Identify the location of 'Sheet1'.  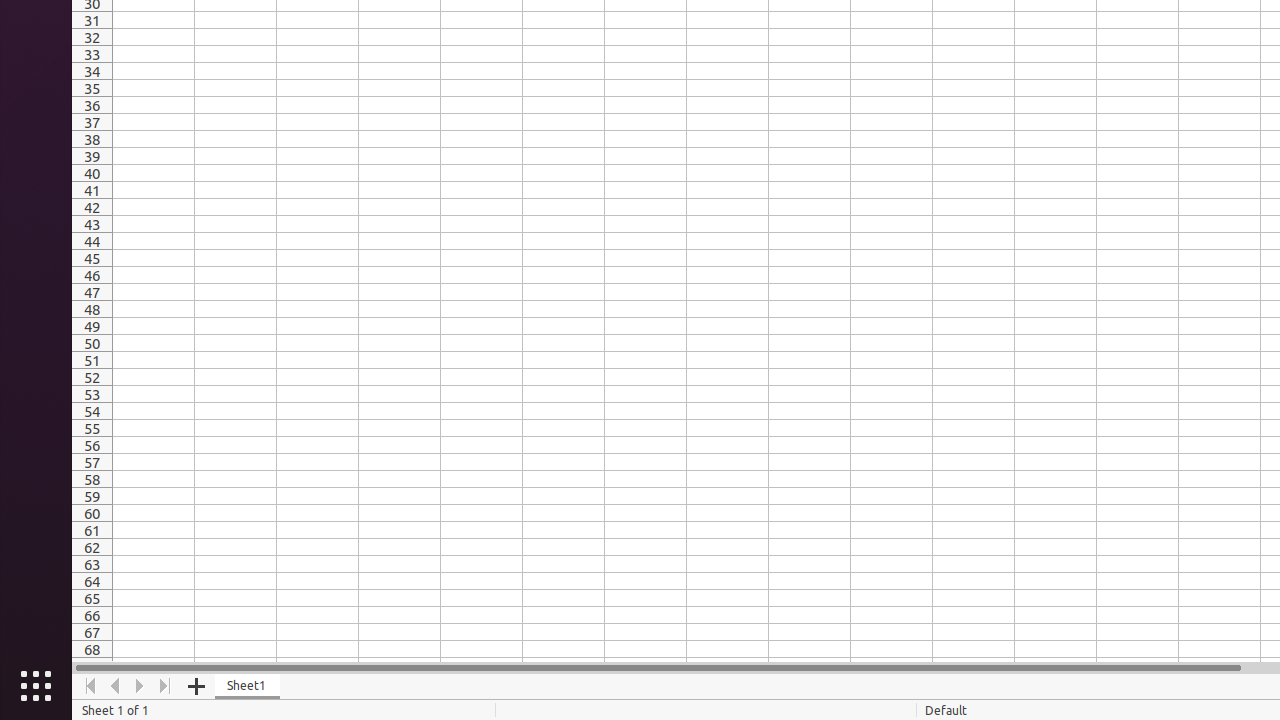
(246, 685).